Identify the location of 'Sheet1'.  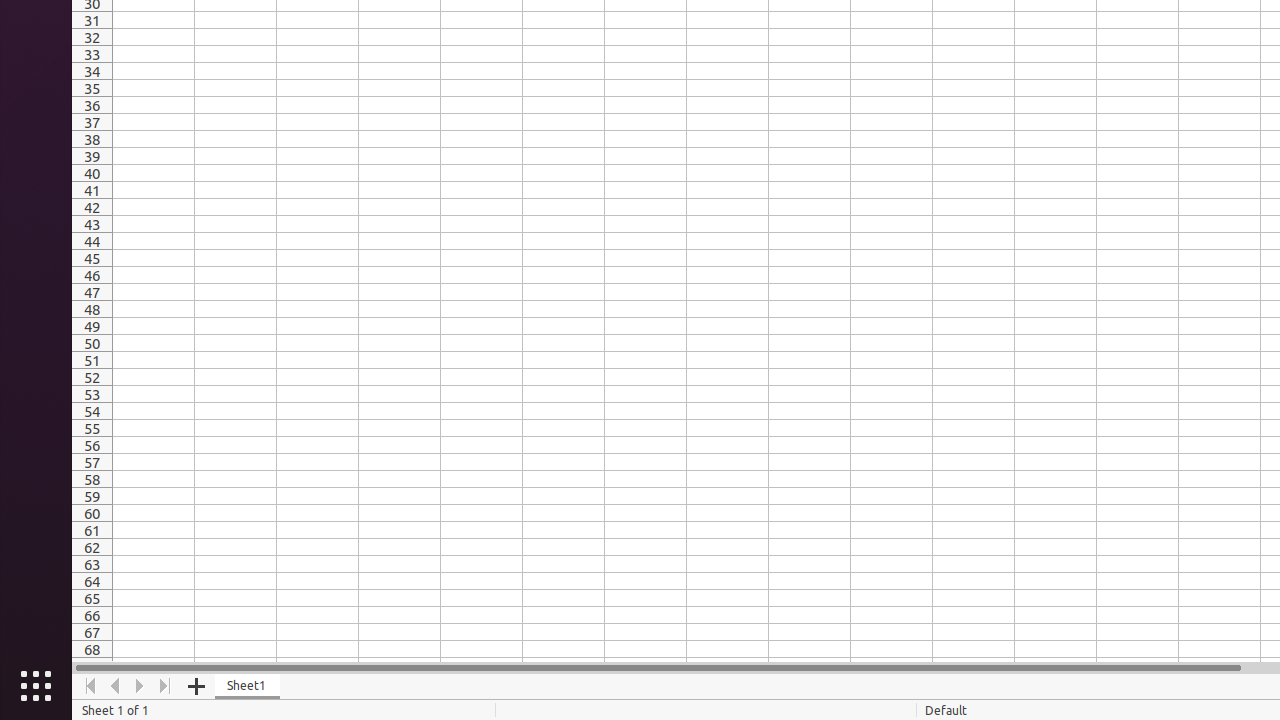
(246, 685).